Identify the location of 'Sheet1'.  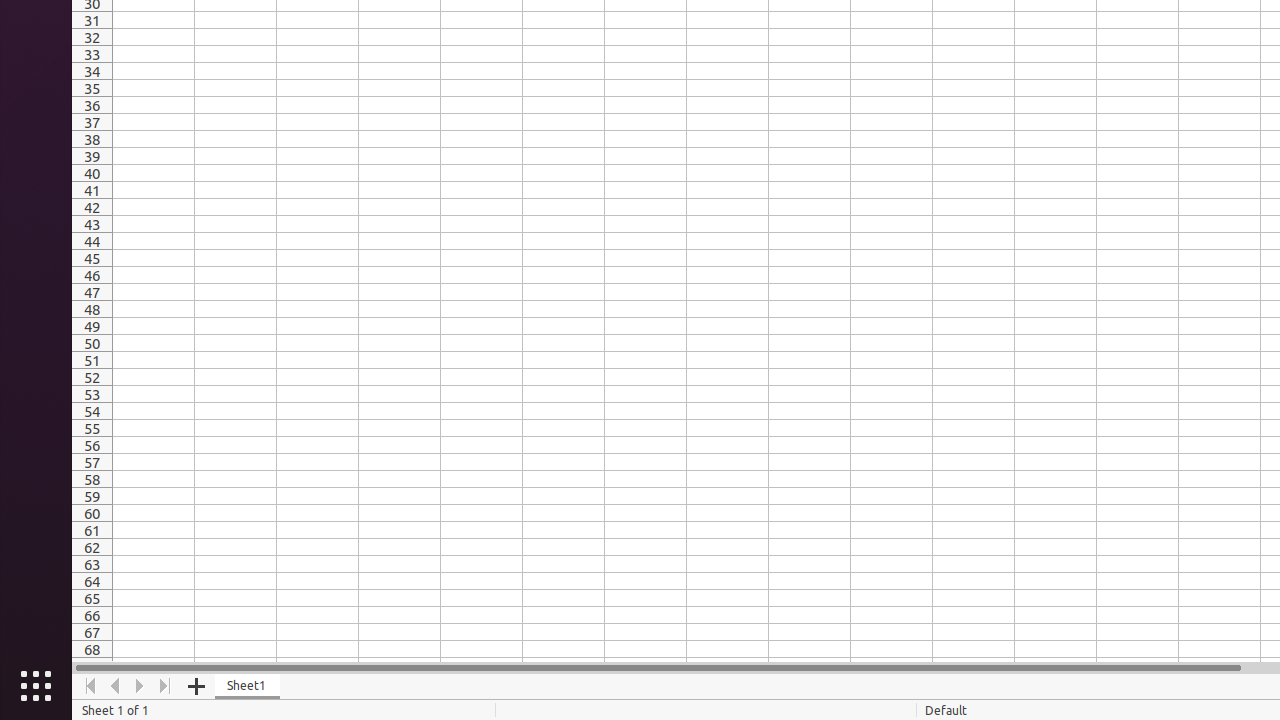
(246, 685).